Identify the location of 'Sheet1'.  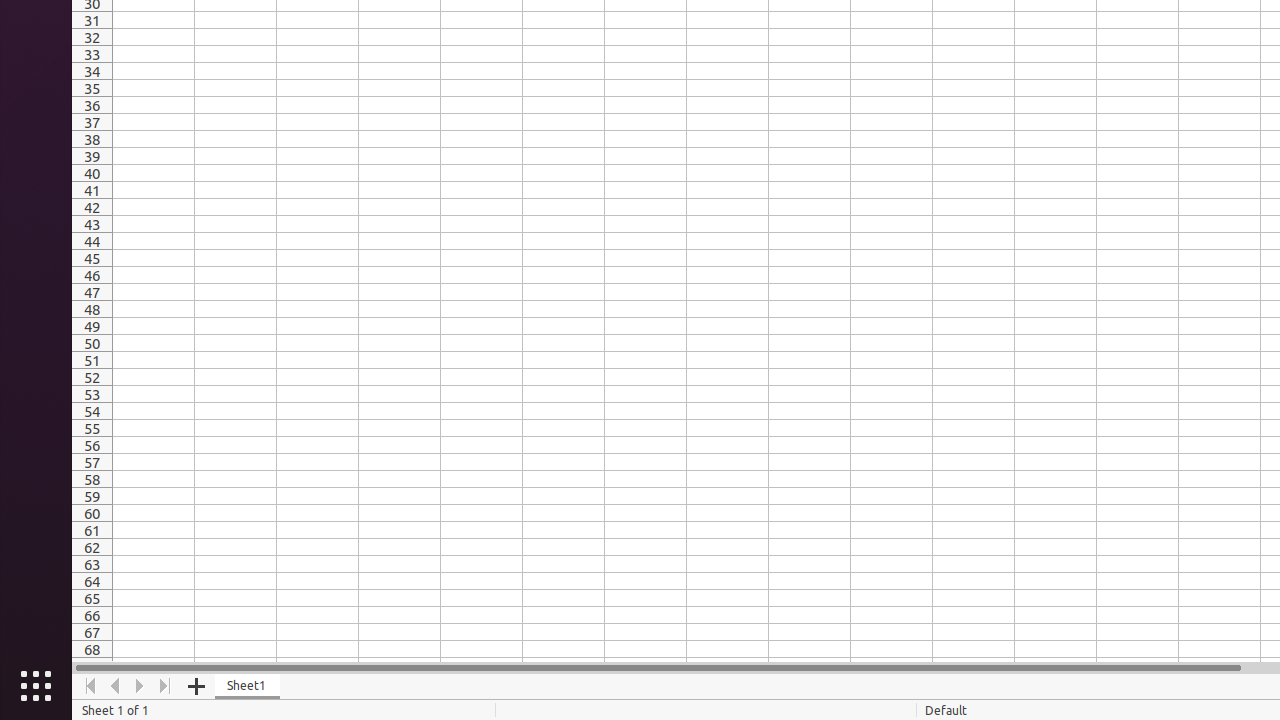
(246, 685).